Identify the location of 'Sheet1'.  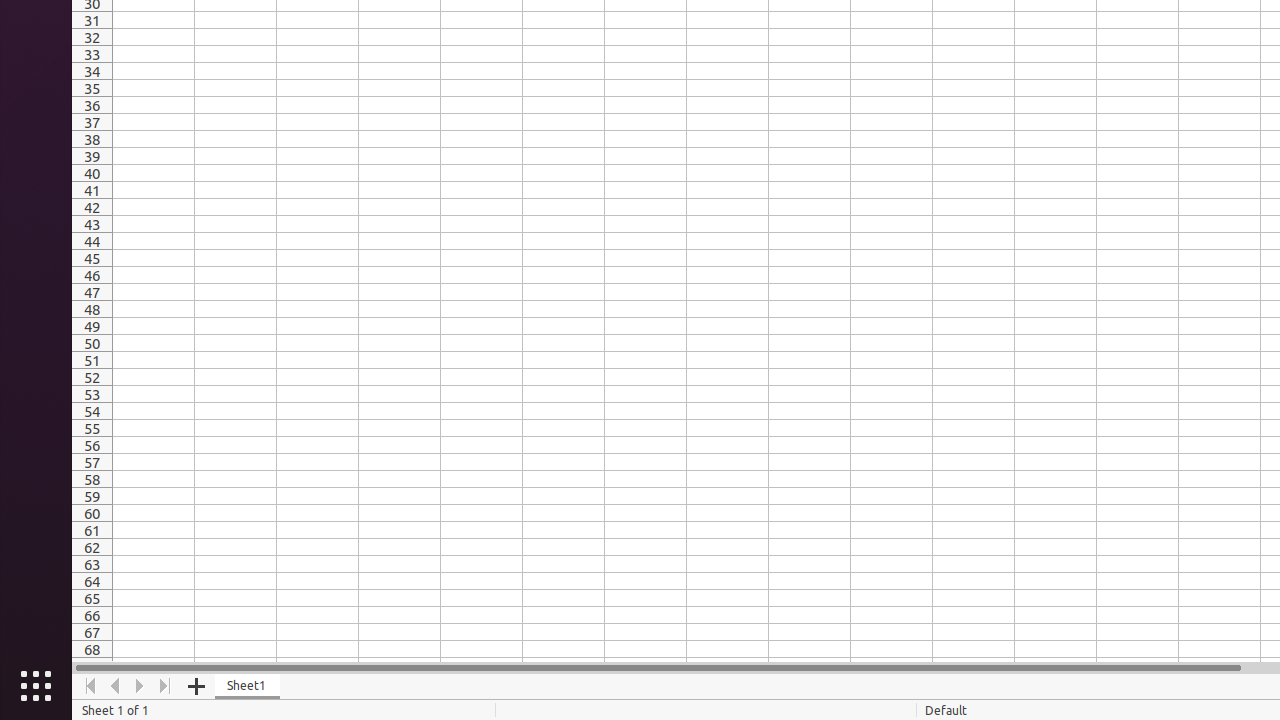
(246, 685).